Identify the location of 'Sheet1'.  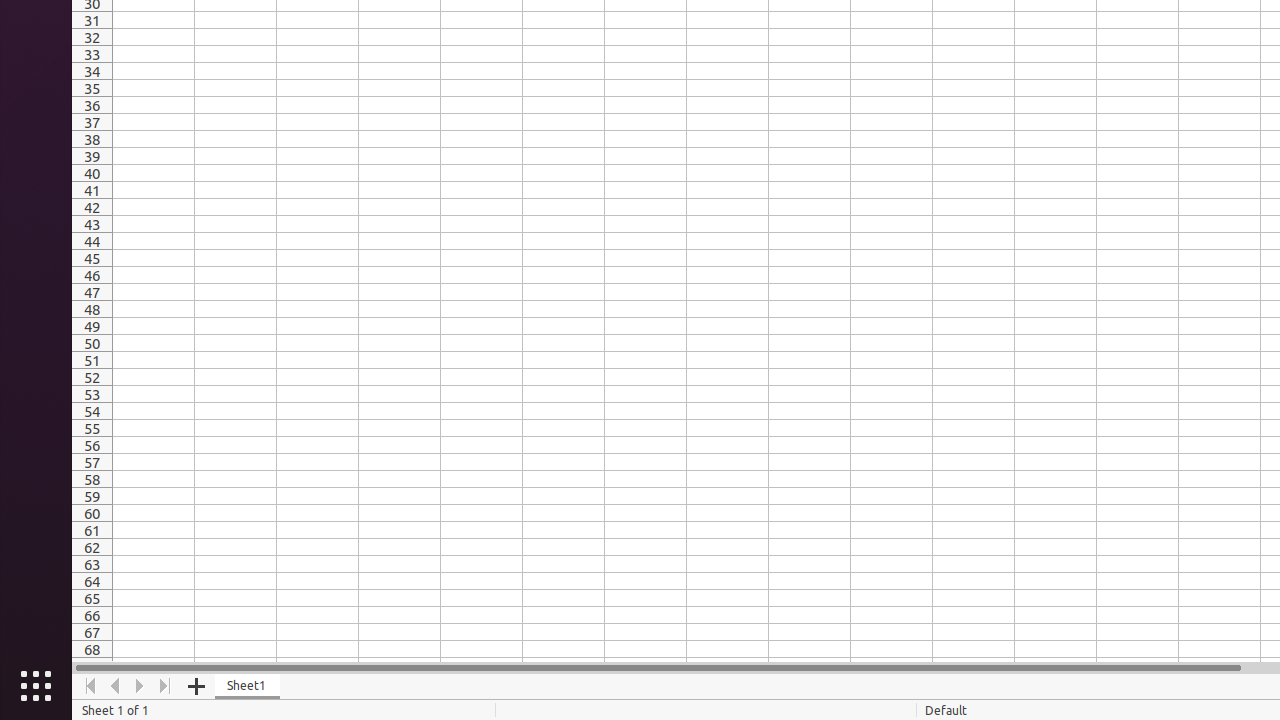
(246, 685).